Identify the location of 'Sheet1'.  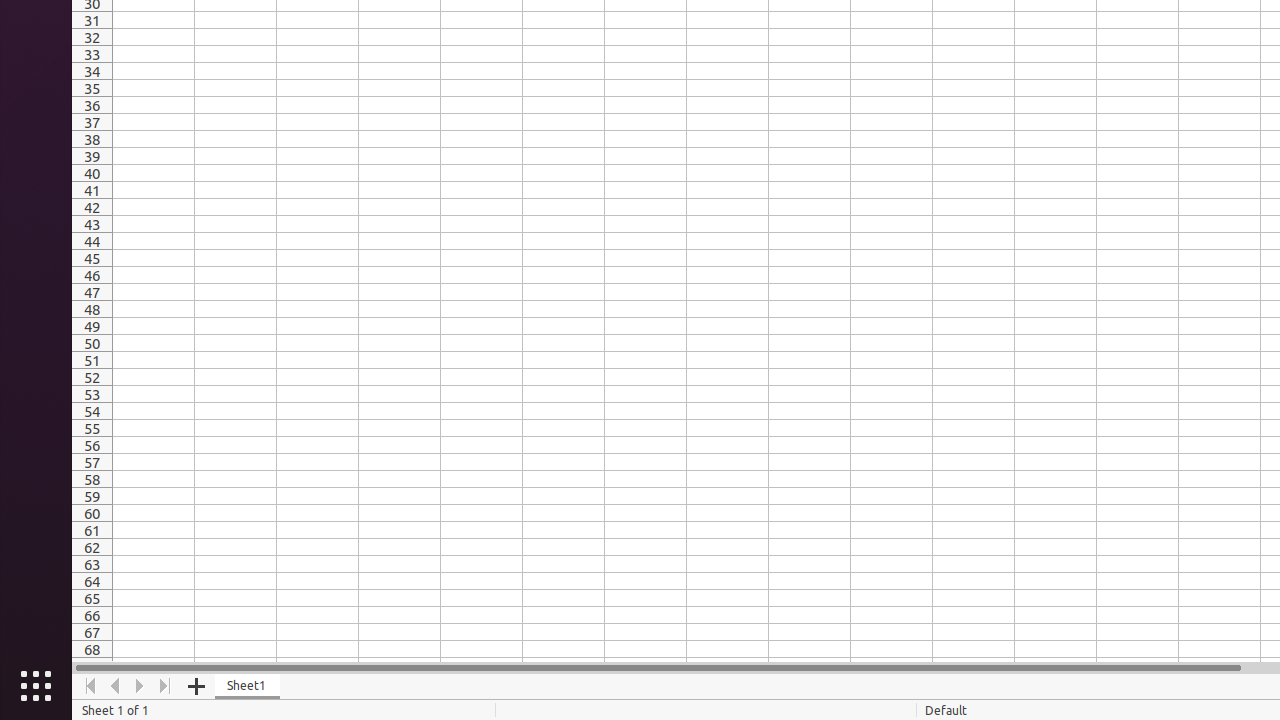
(246, 685).